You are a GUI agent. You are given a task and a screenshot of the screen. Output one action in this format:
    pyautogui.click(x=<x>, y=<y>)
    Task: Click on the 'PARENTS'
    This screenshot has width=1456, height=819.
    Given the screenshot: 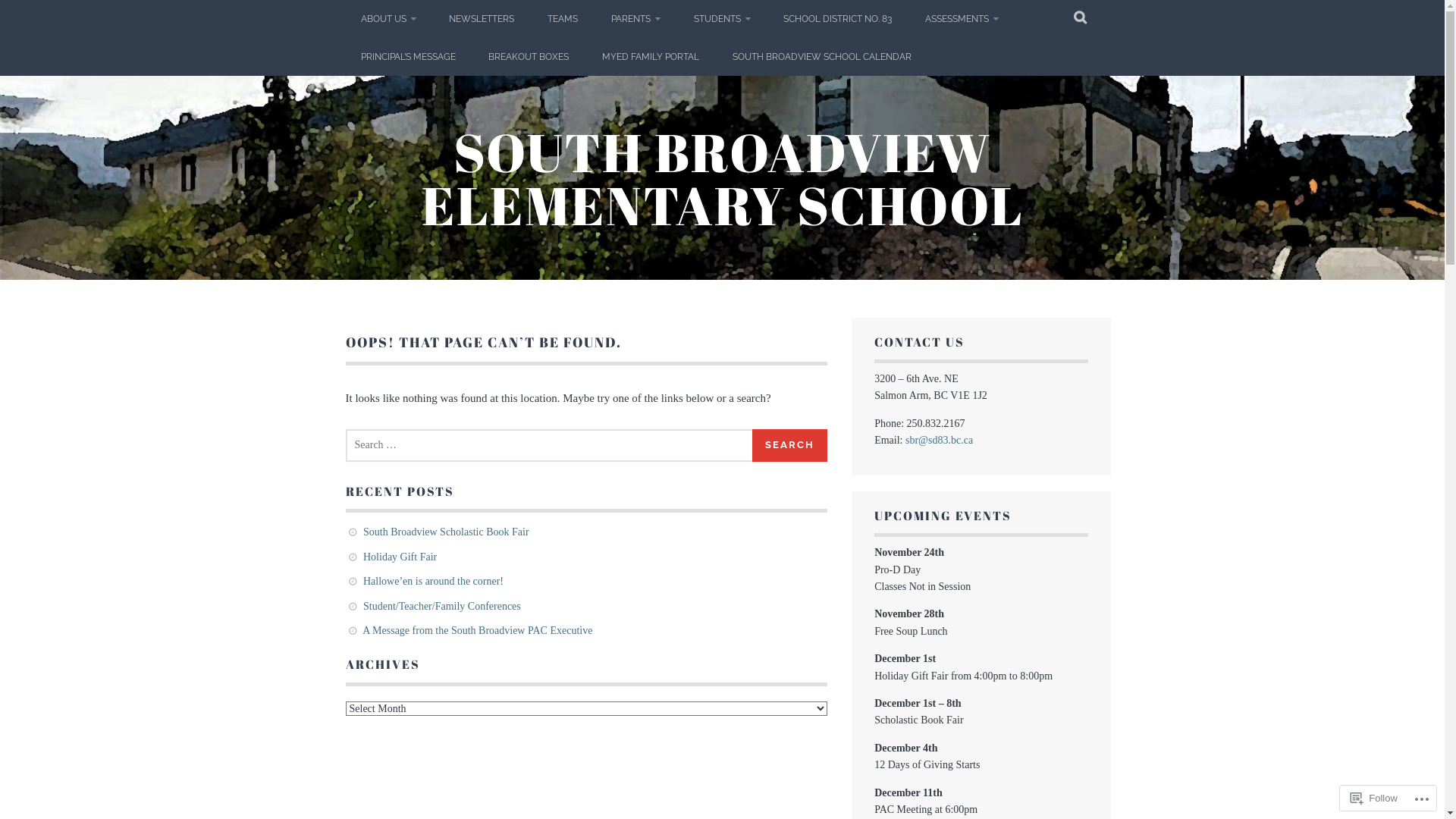 What is the action you would take?
    pyautogui.click(x=635, y=18)
    